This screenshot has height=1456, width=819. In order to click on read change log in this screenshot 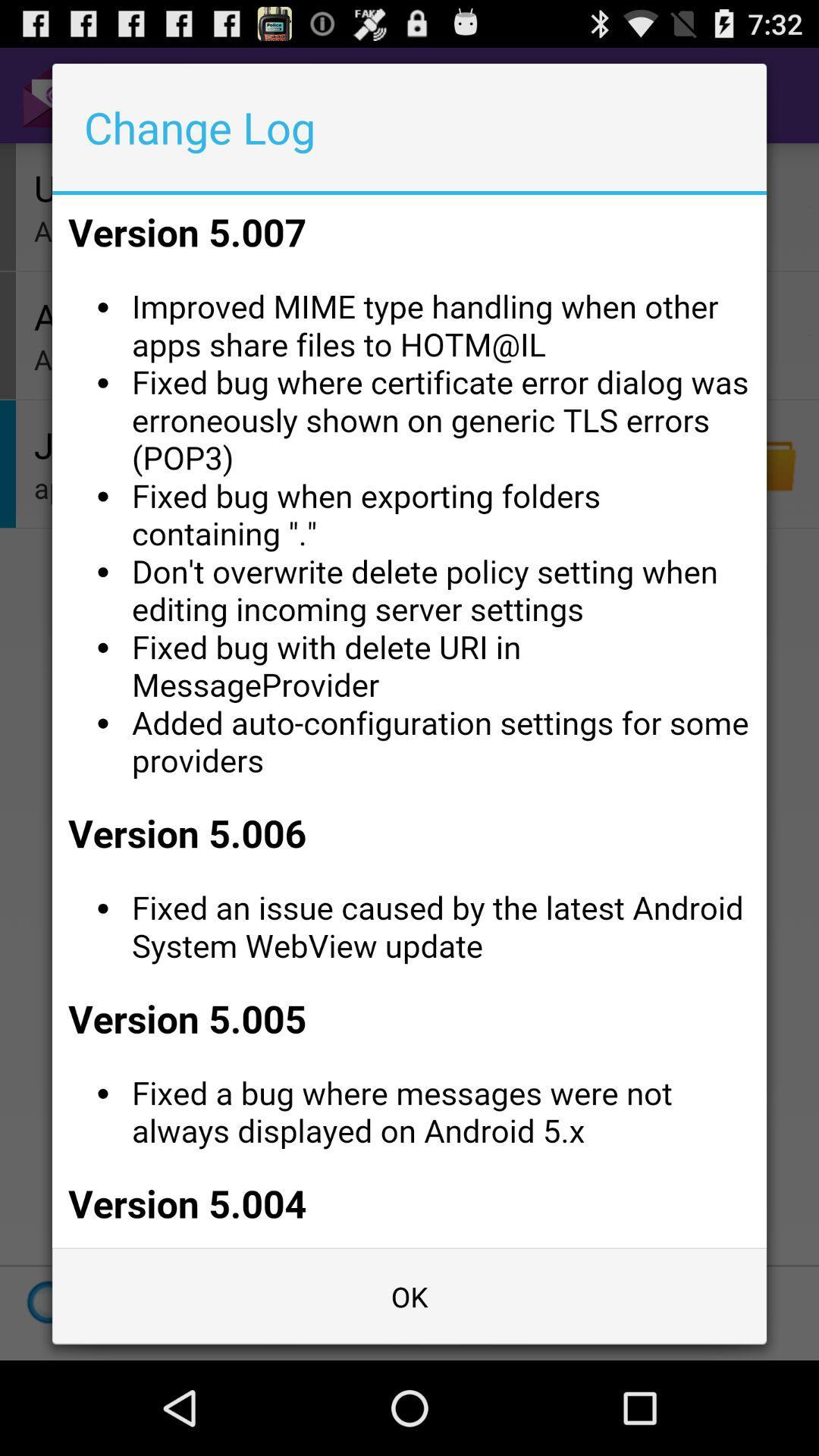, I will do `click(409, 720)`.